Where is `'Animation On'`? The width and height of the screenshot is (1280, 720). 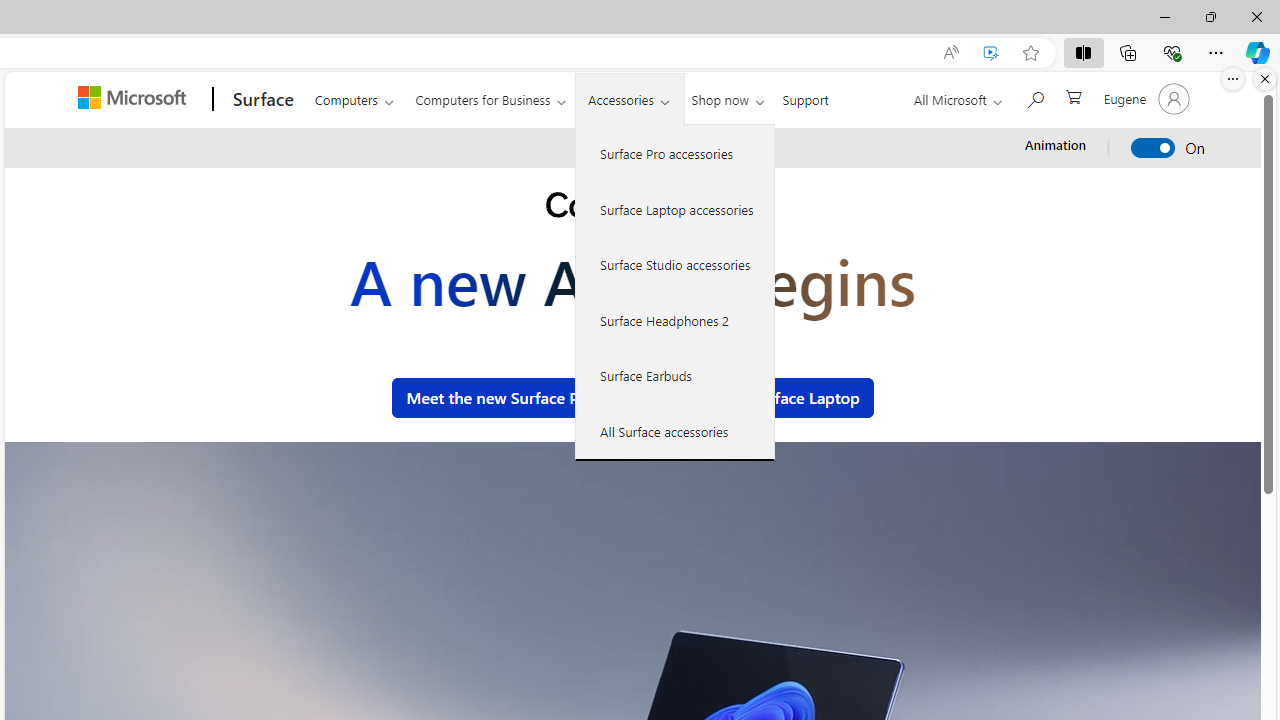 'Animation On' is located at coordinates (1153, 146).